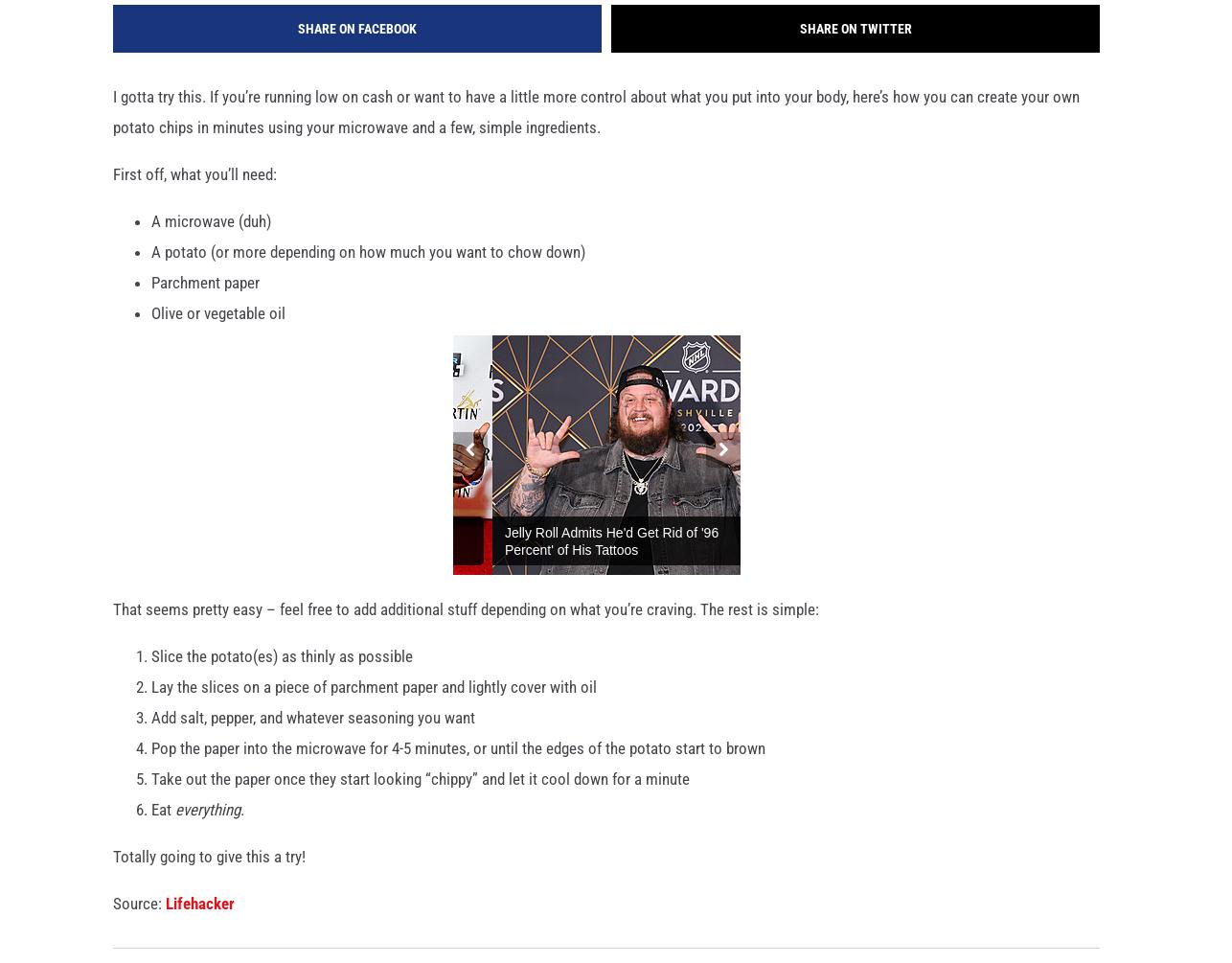 Image resolution: width=1232 pixels, height=963 pixels. Describe the element at coordinates (207, 817) in the screenshot. I see `'everything'` at that location.